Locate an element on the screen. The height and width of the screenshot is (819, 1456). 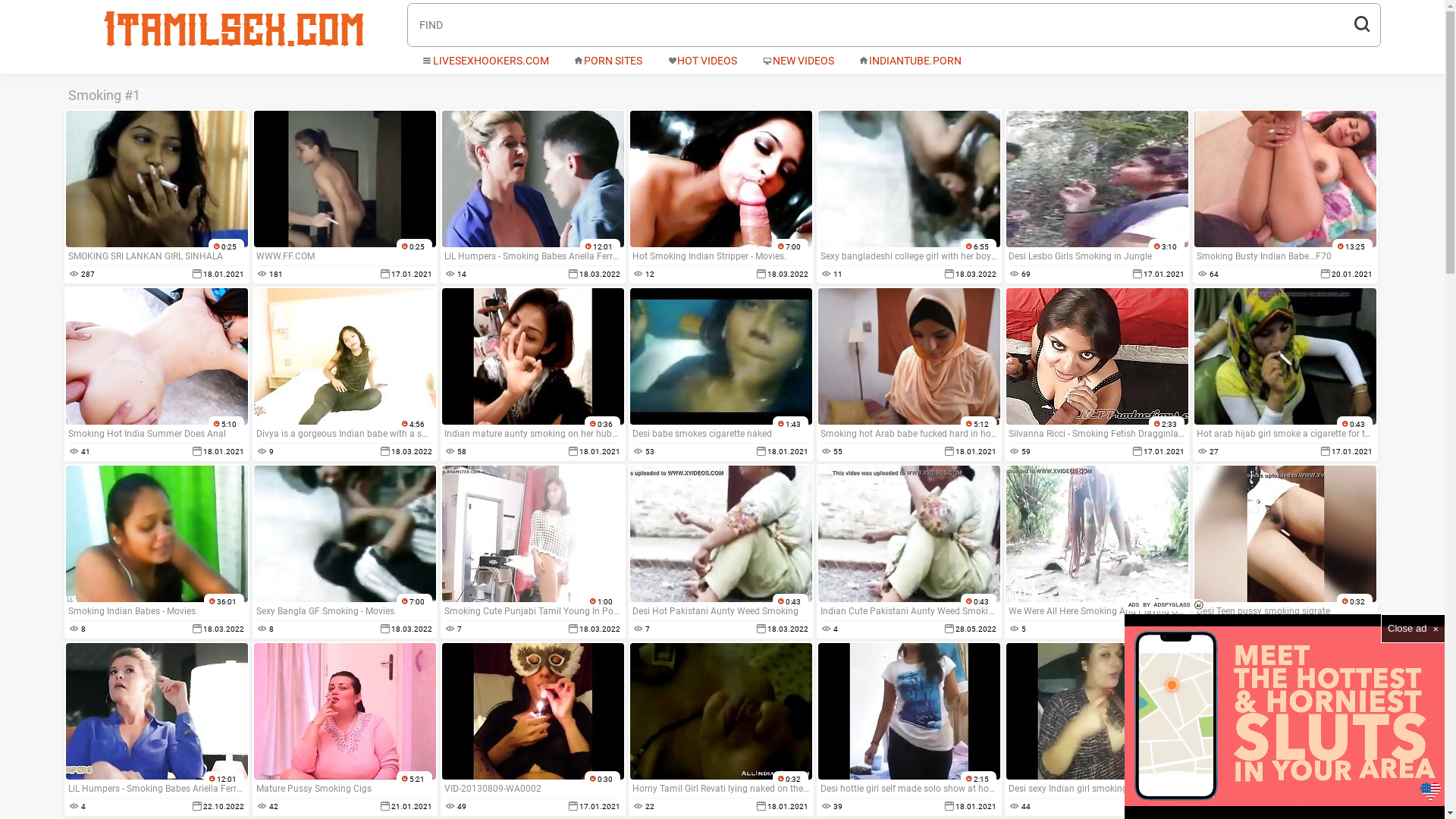
'0:43 is located at coordinates (908, 551).